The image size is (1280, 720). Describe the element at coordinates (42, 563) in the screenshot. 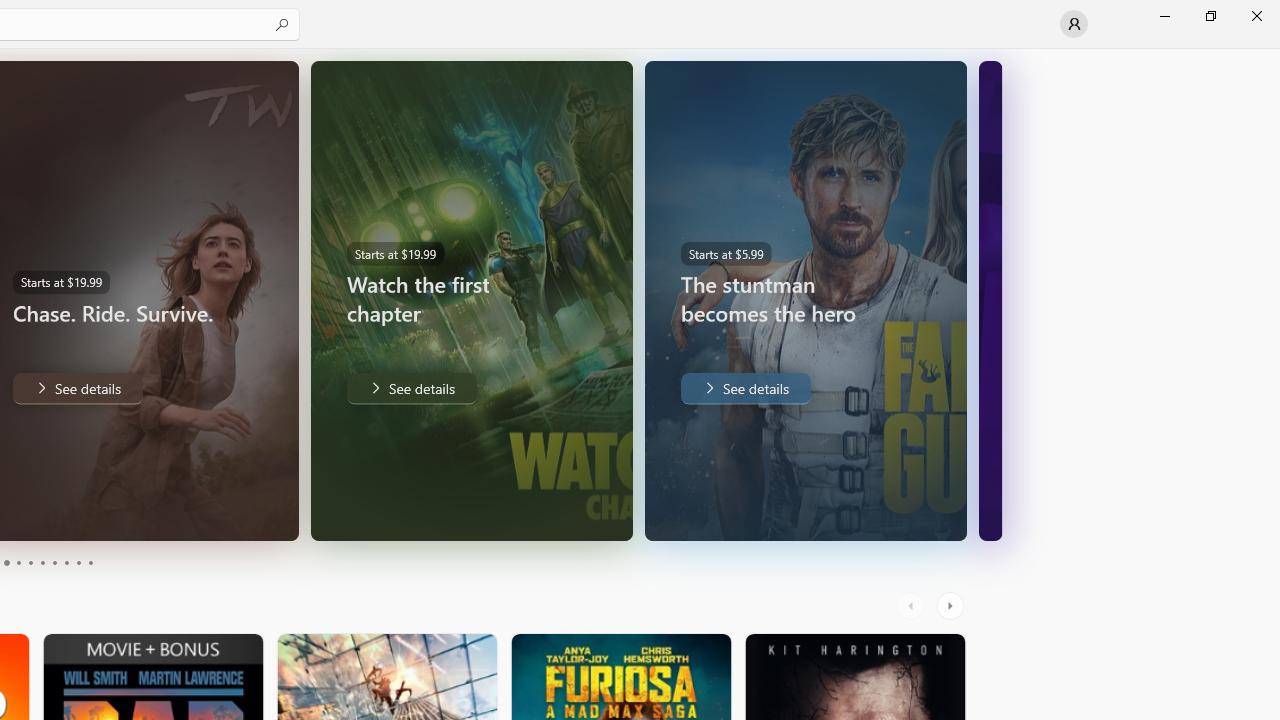

I see `'Page 6'` at that location.